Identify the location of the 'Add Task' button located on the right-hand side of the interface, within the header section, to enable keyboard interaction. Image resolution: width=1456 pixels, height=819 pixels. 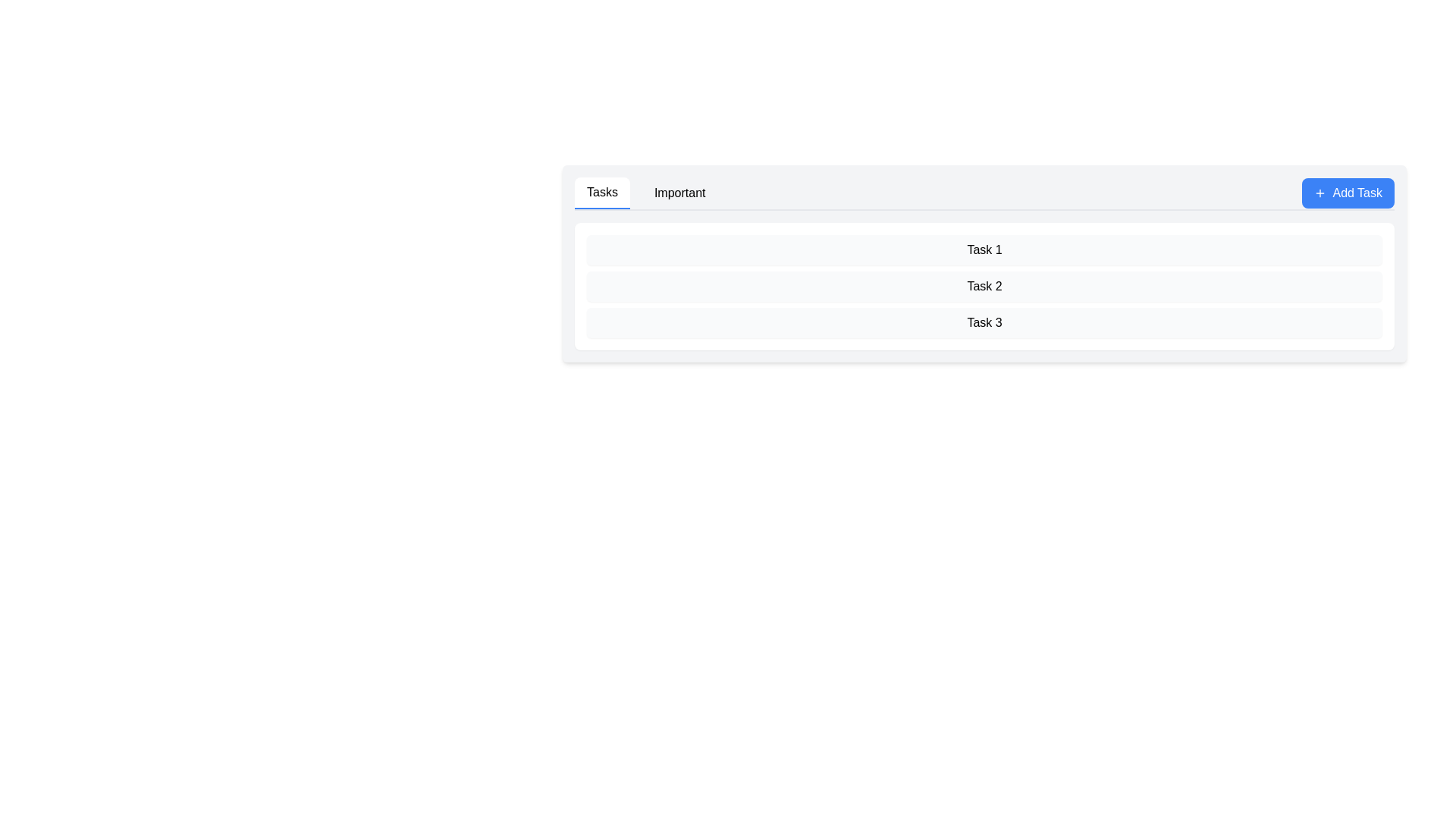
(1348, 192).